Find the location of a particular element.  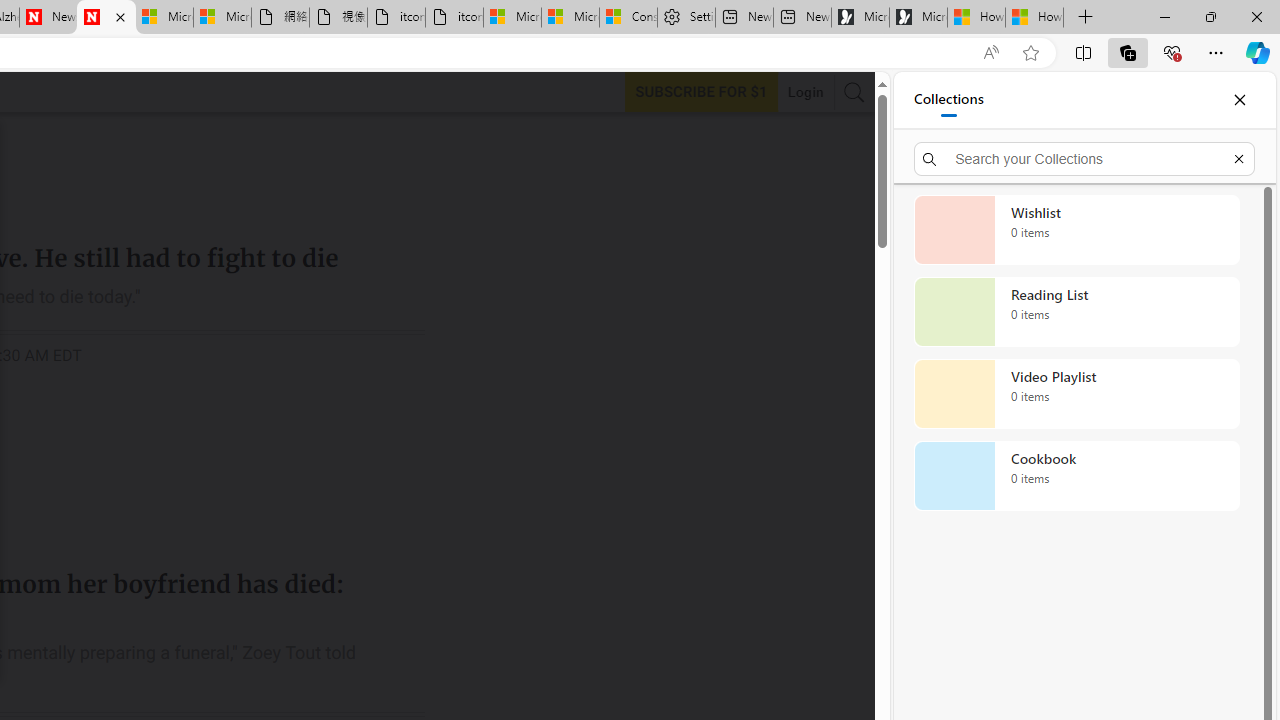

'Illness news & latest pictures from Newsweek.com' is located at coordinates (105, 17).